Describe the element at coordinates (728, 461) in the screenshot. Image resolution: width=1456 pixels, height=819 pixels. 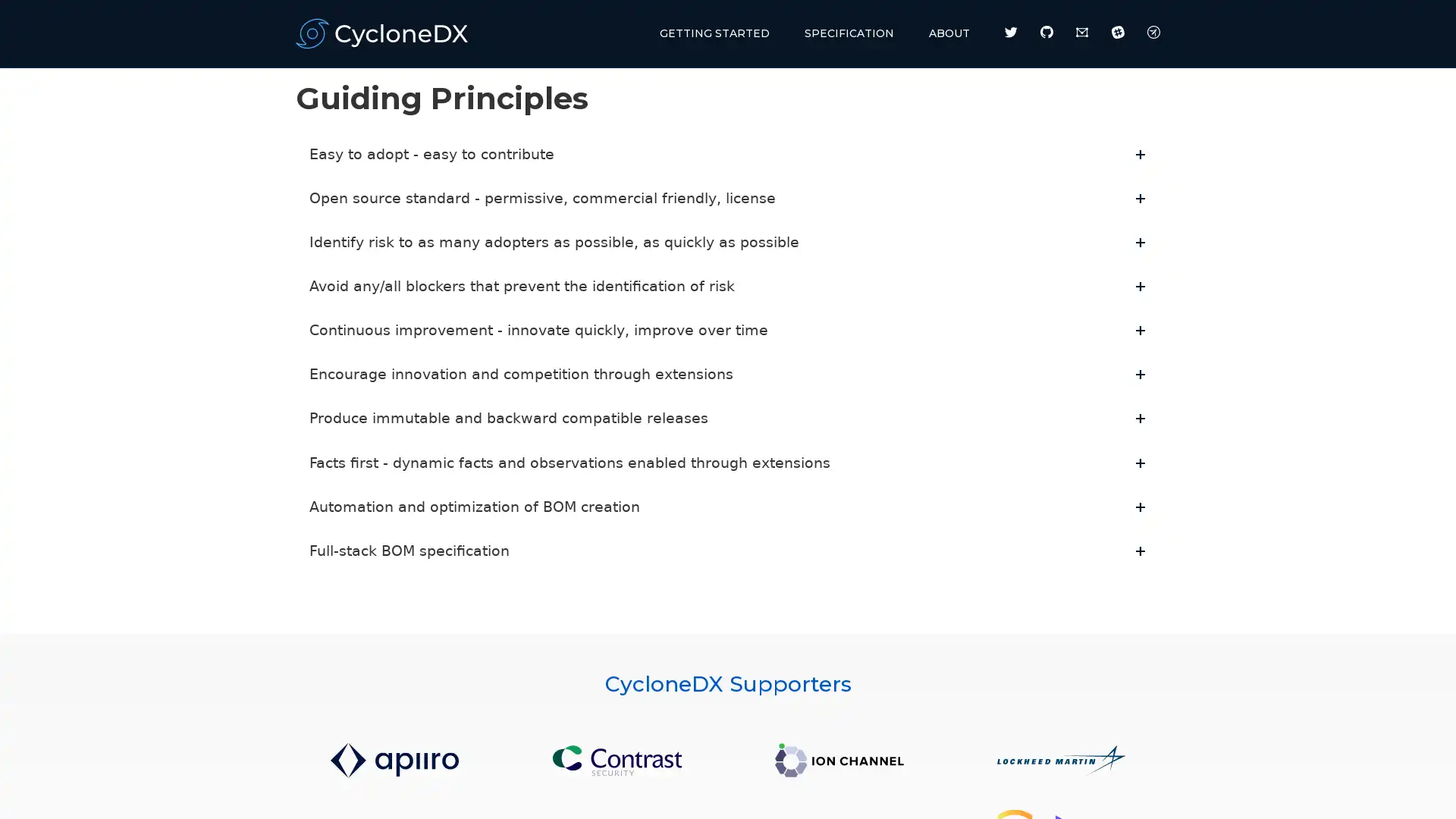
I see `Facts first - dynamic facts and observations enabled through extensions +` at that location.